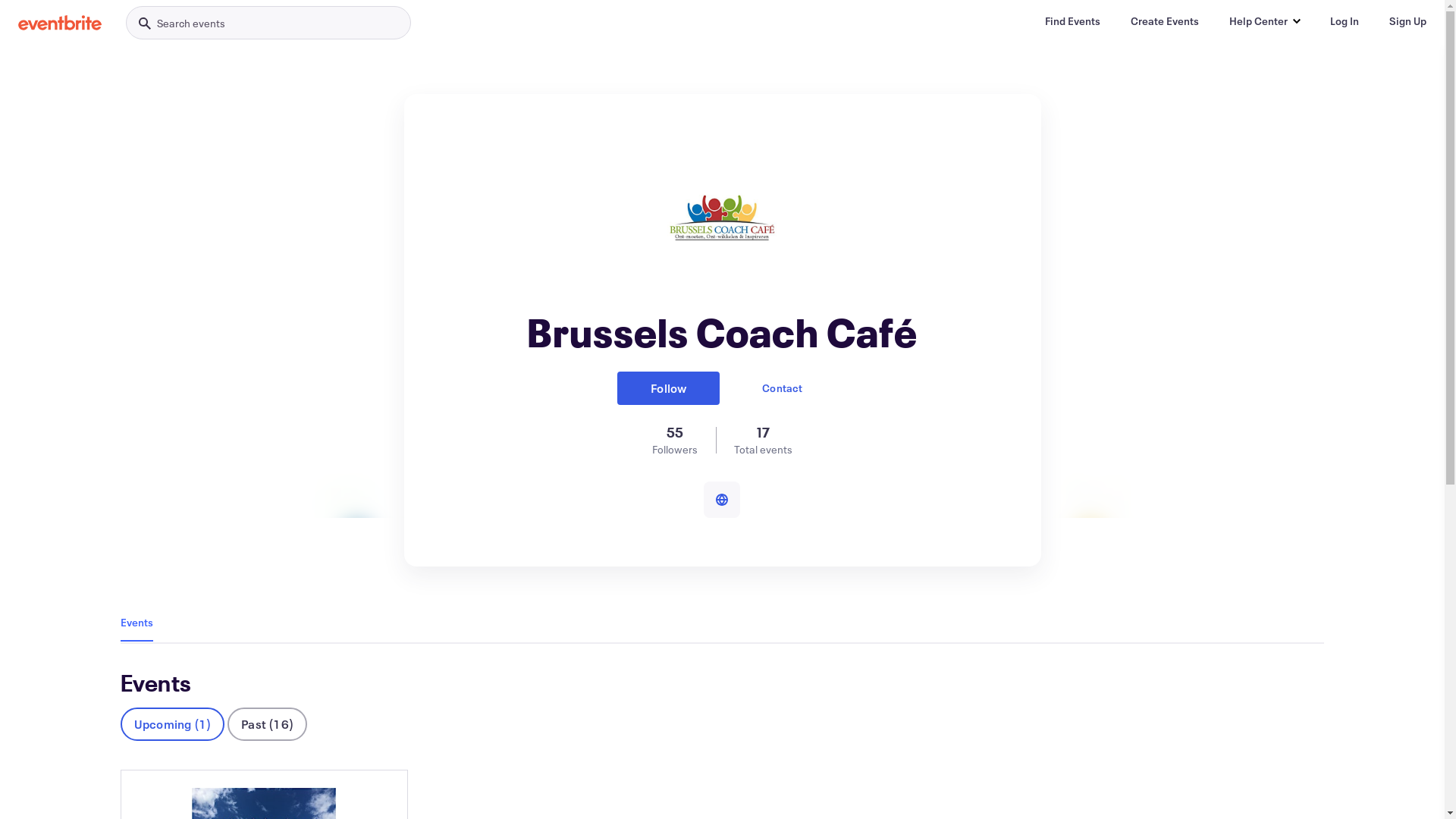 This screenshot has height=819, width=1456. Describe the element at coordinates (18, 23) in the screenshot. I see `'Eventbrite'` at that location.